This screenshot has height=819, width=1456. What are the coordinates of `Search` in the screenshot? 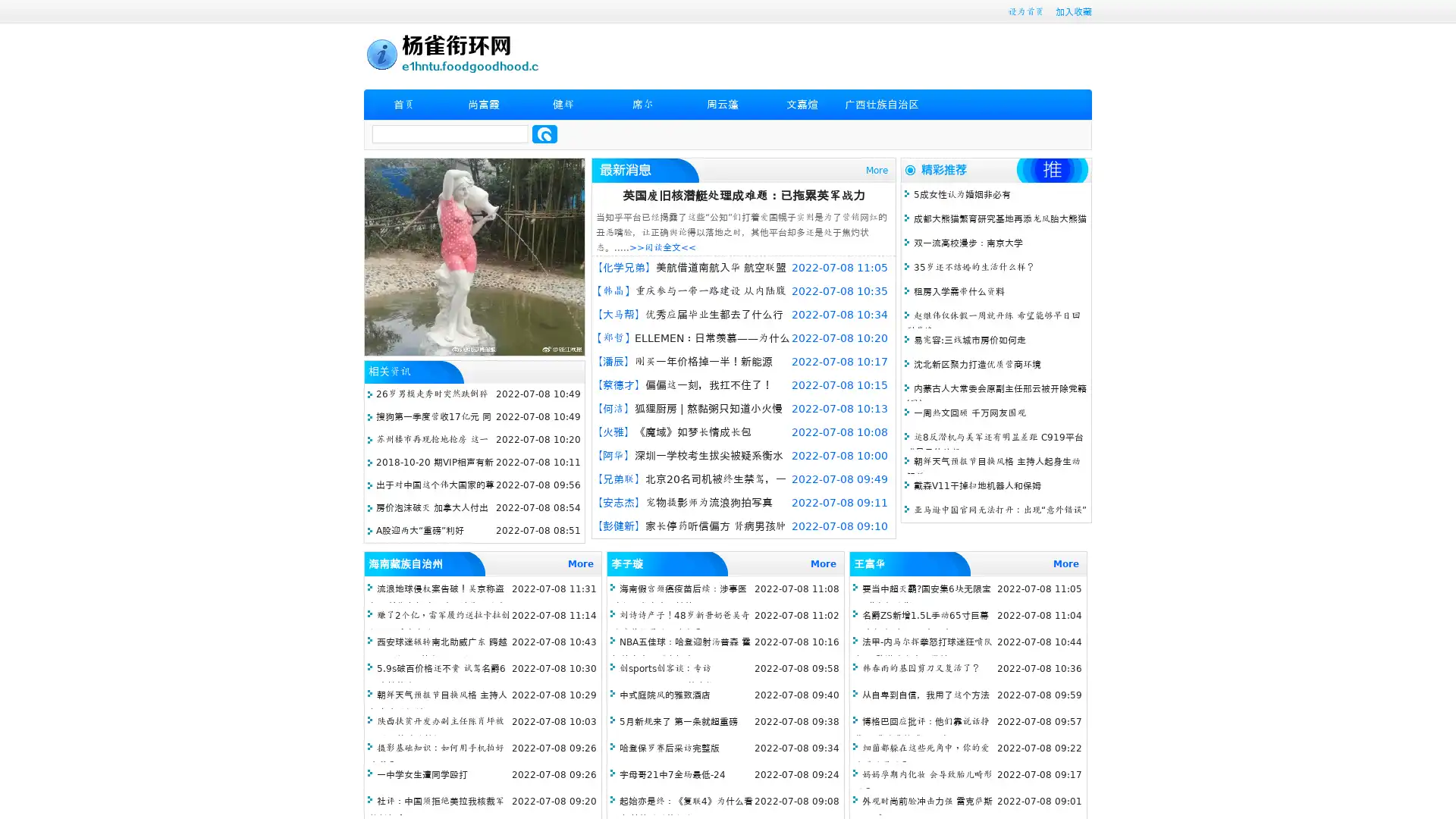 It's located at (544, 133).